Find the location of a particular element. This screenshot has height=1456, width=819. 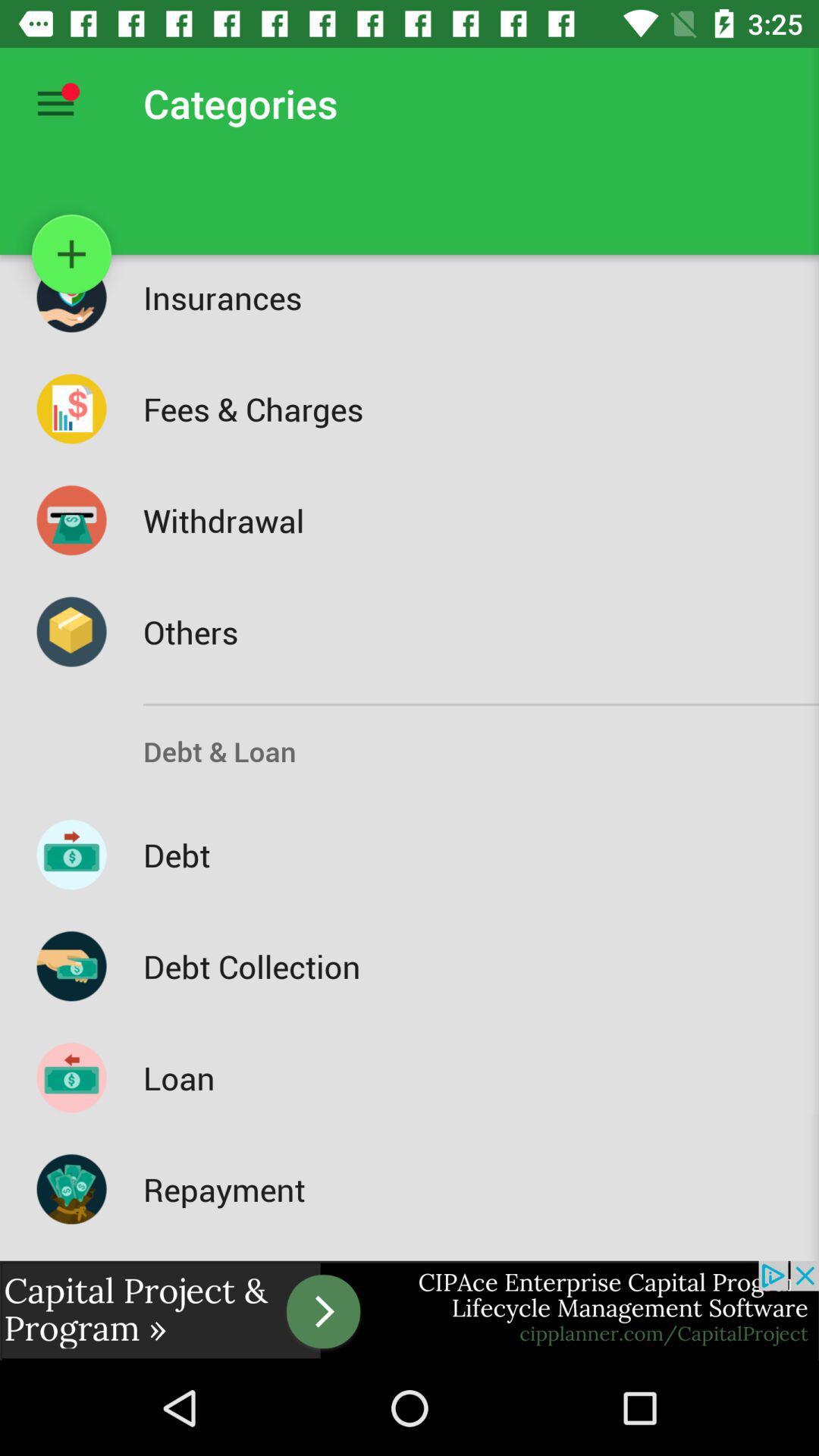

advertisement page is located at coordinates (409, 1310).